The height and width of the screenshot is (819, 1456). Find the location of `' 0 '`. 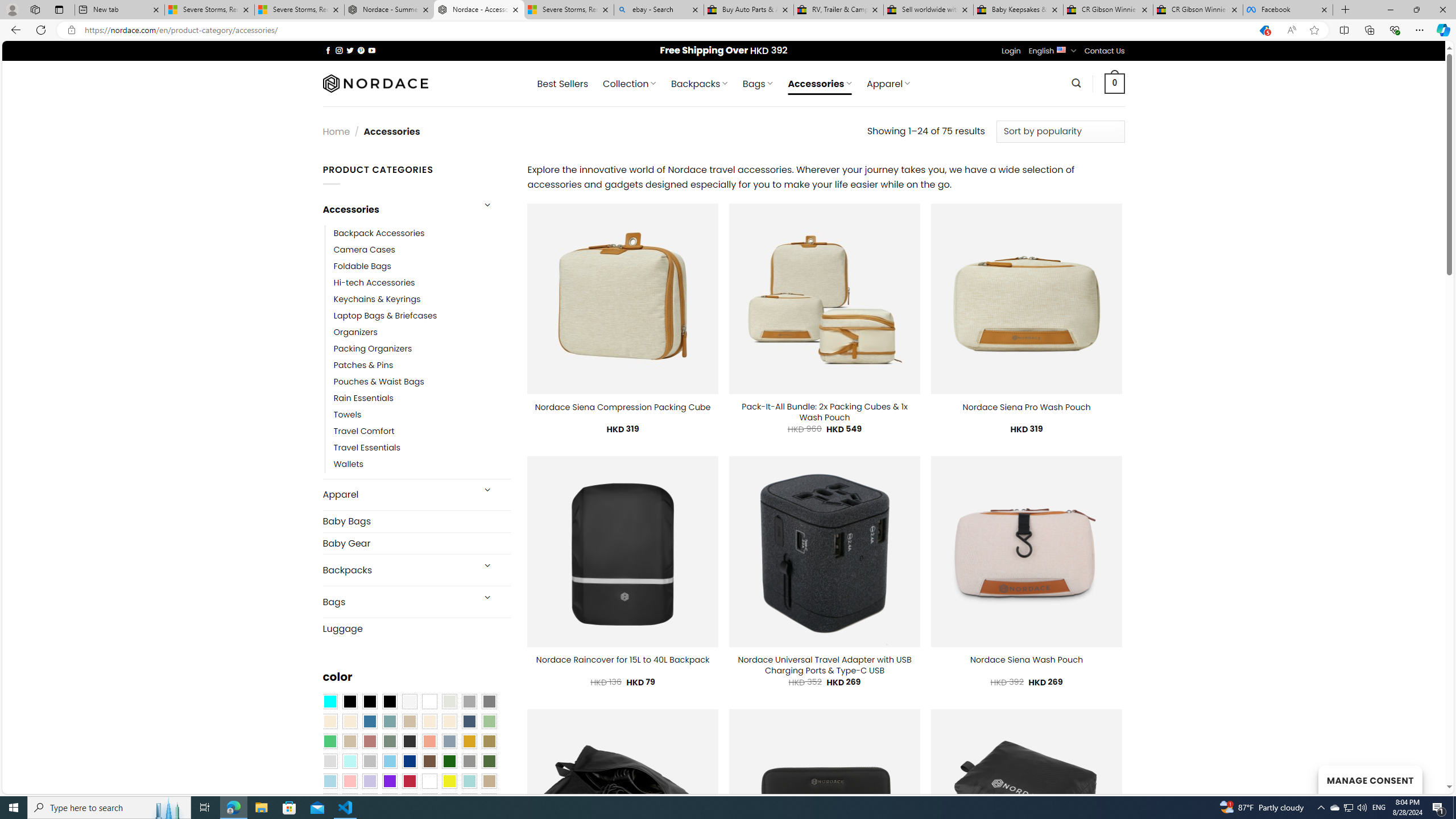

' 0 ' is located at coordinates (1115, 82).